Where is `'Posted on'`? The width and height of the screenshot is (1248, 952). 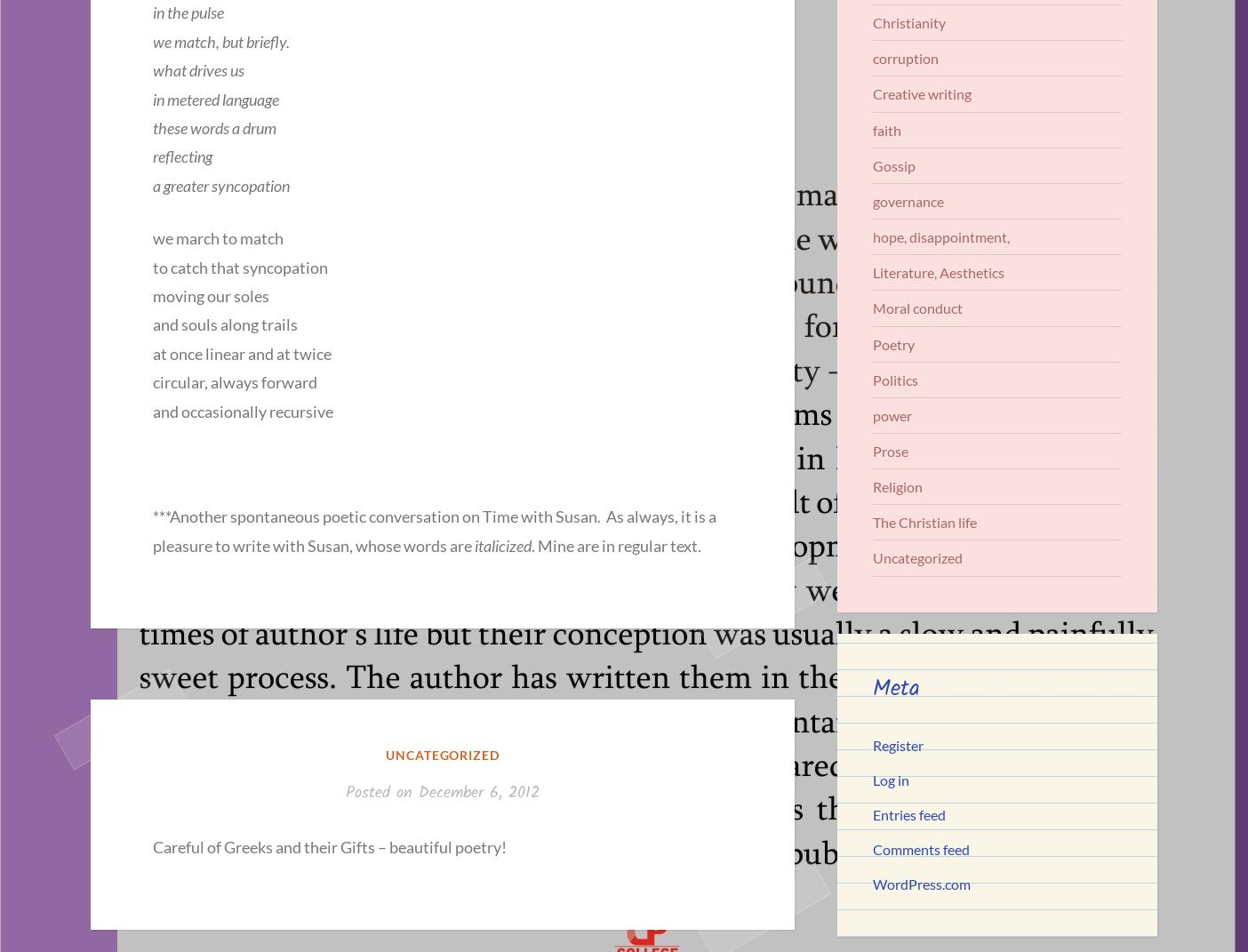 'Posted on' is located at coordinates (345, 793).